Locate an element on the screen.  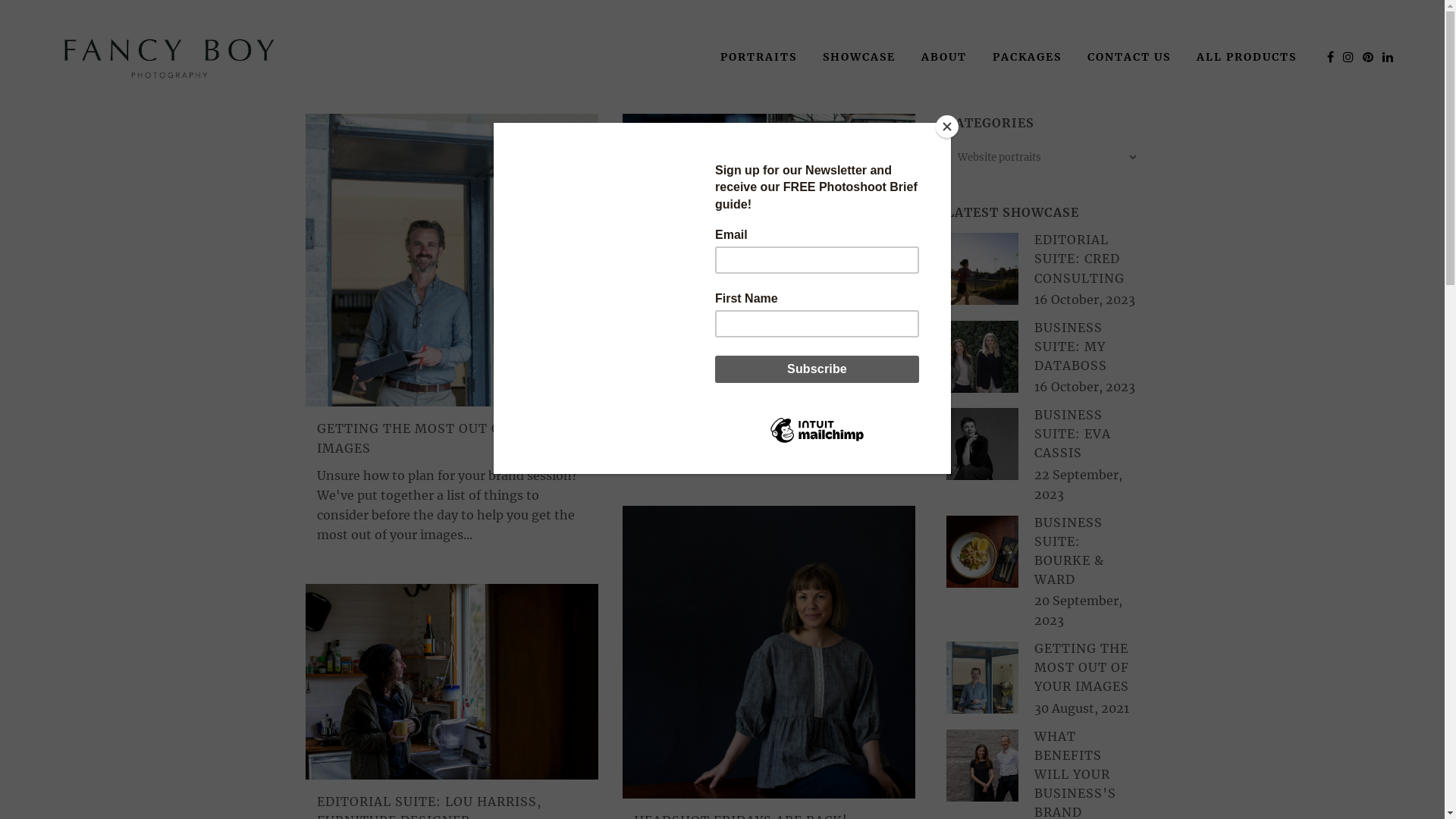
'Editorial Suite: Lou Harriss, Furniture Designer' is located at coordinates (450, 680).